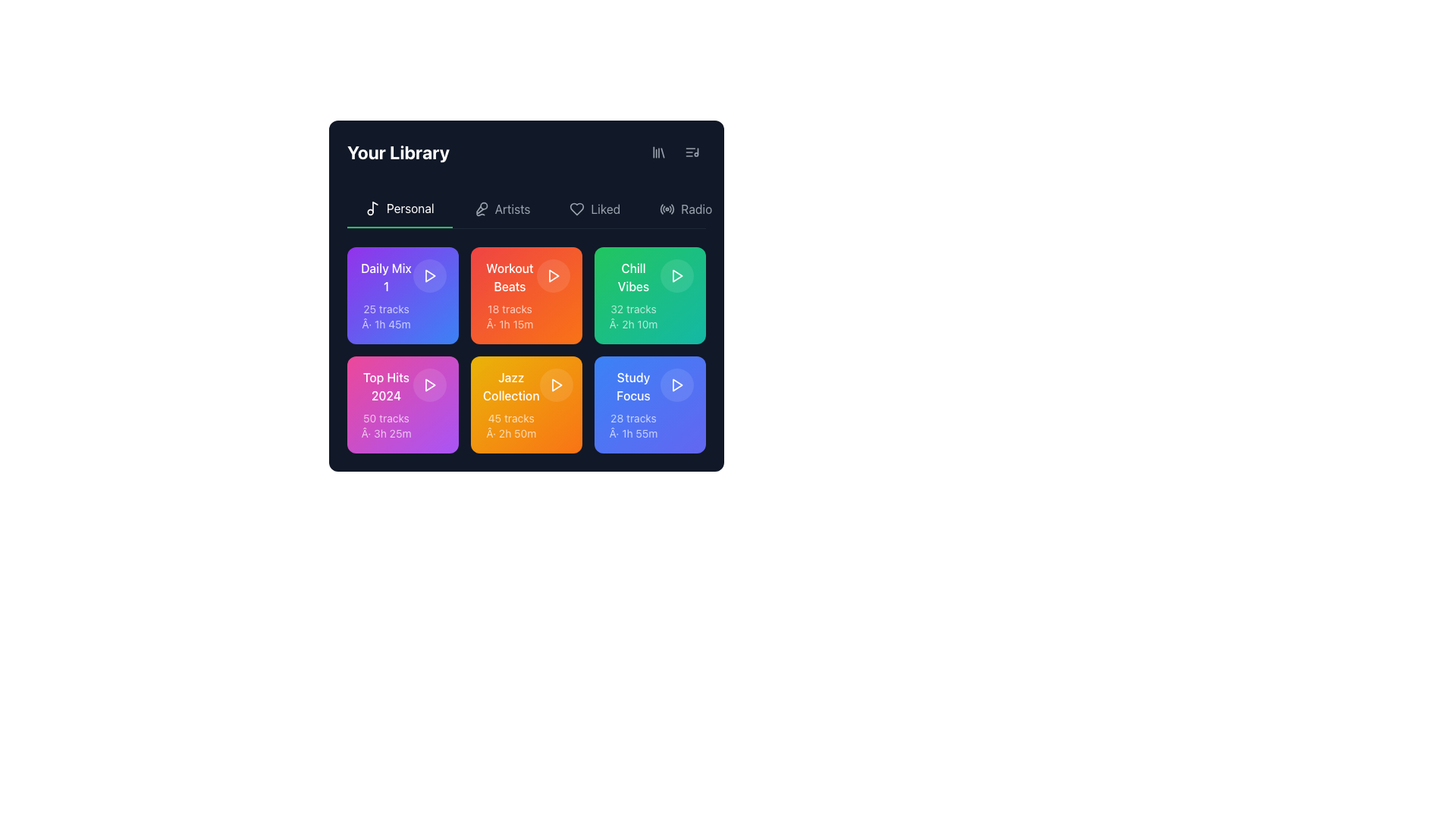 The width and height of the screenshot is (1456, 819). I want to click on the play button located in the top-right quadrant of the green 'Chill Vibes' tile, so click(676, 275).